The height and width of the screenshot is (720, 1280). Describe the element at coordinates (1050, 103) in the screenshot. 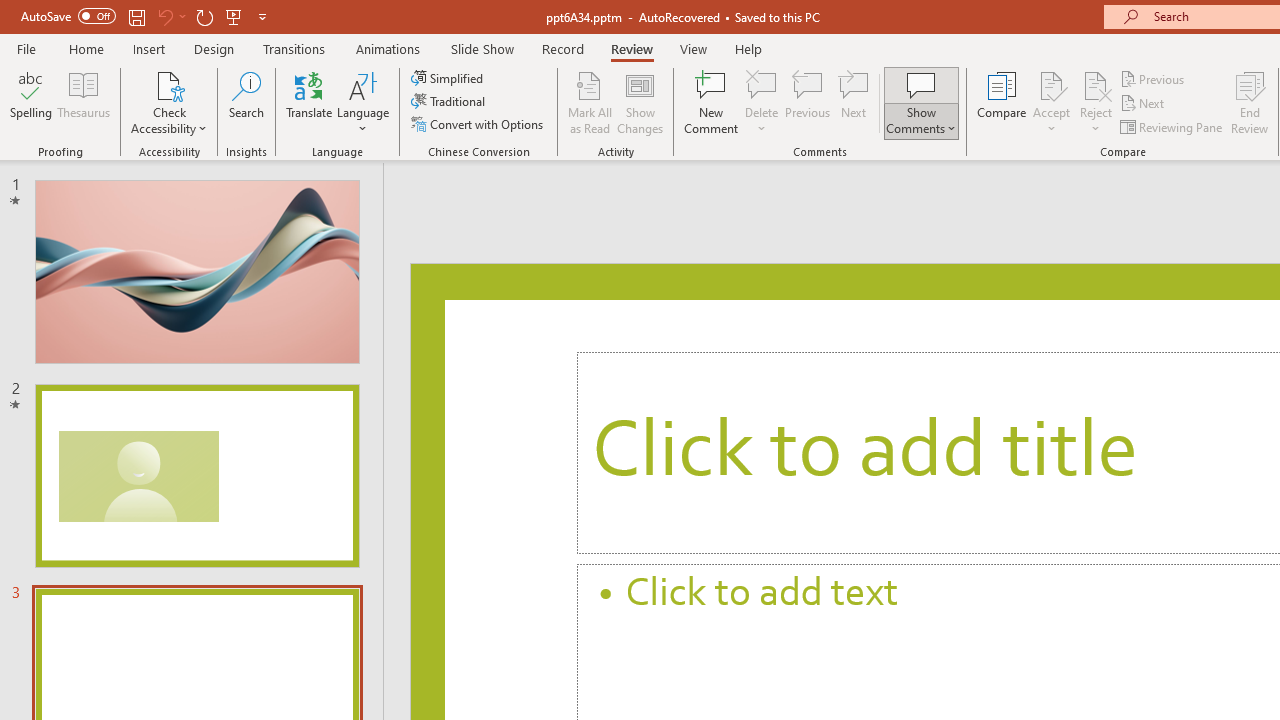

I see `'Accept'` at that location.